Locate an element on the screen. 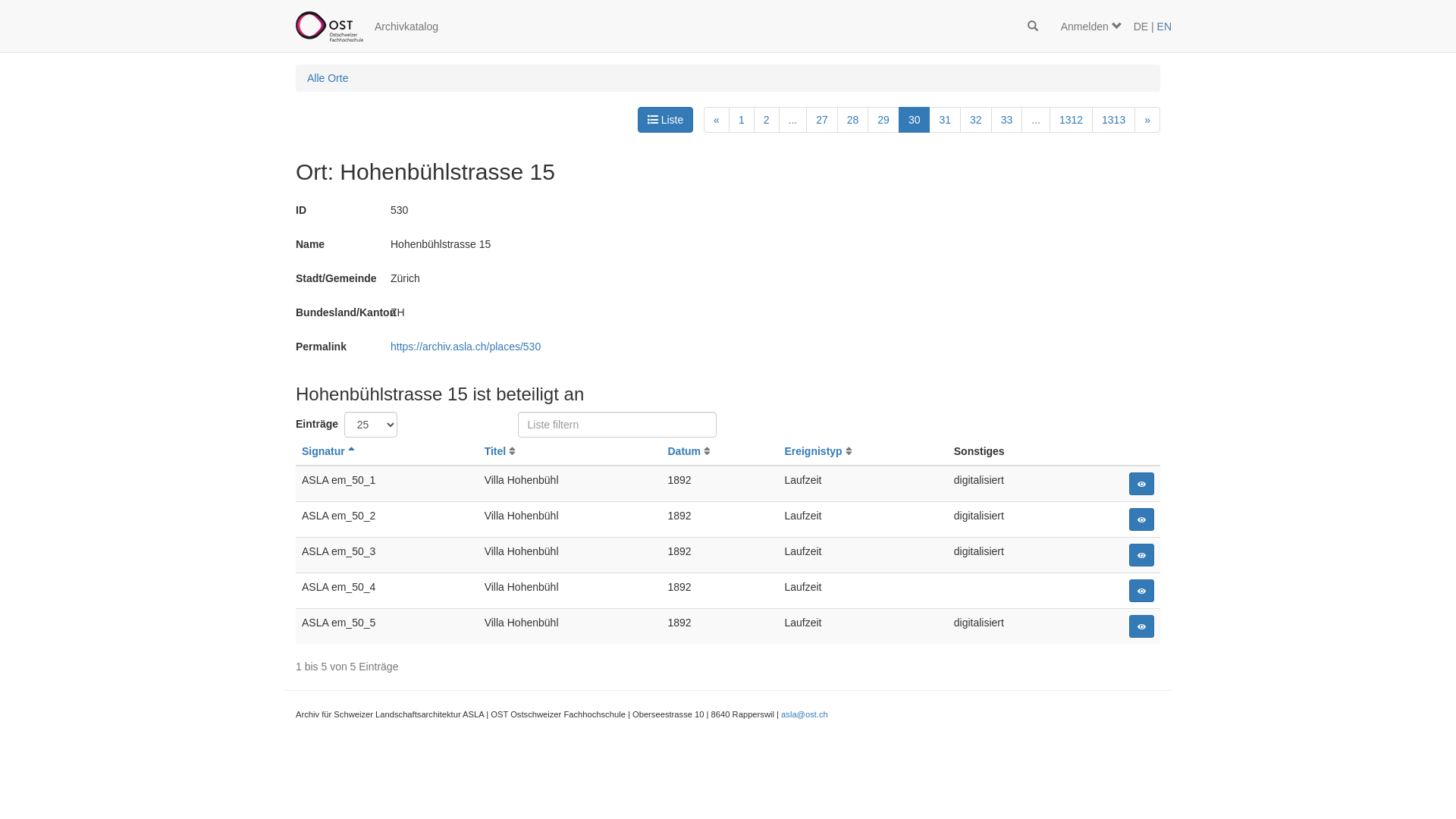 The height and width of the screenshot is (819, 1456). '1313' is located at coordinates (1113, 119).